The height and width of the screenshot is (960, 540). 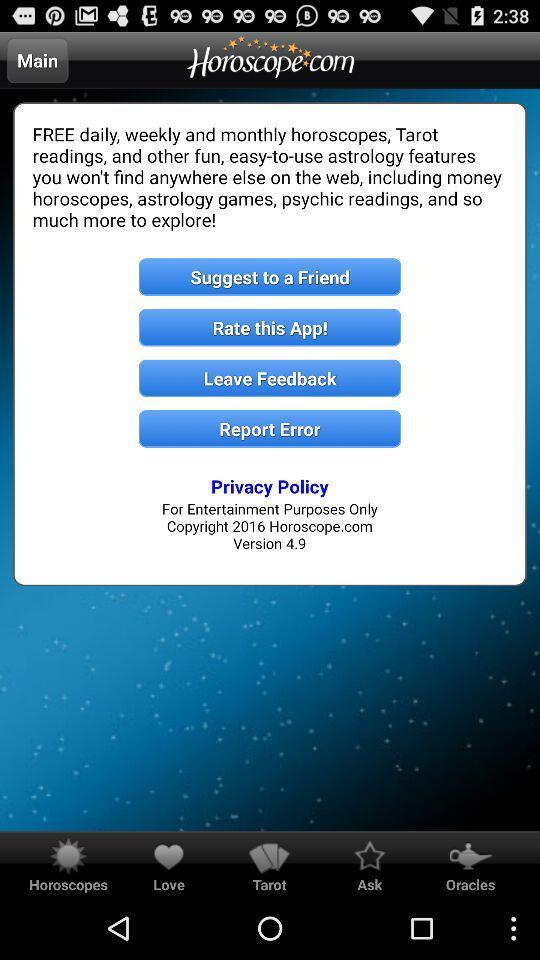 What do you see at coordinates (270, 429) in the screenshot?
I see `the icon below leave feedback` at bounding box center [270, 429].